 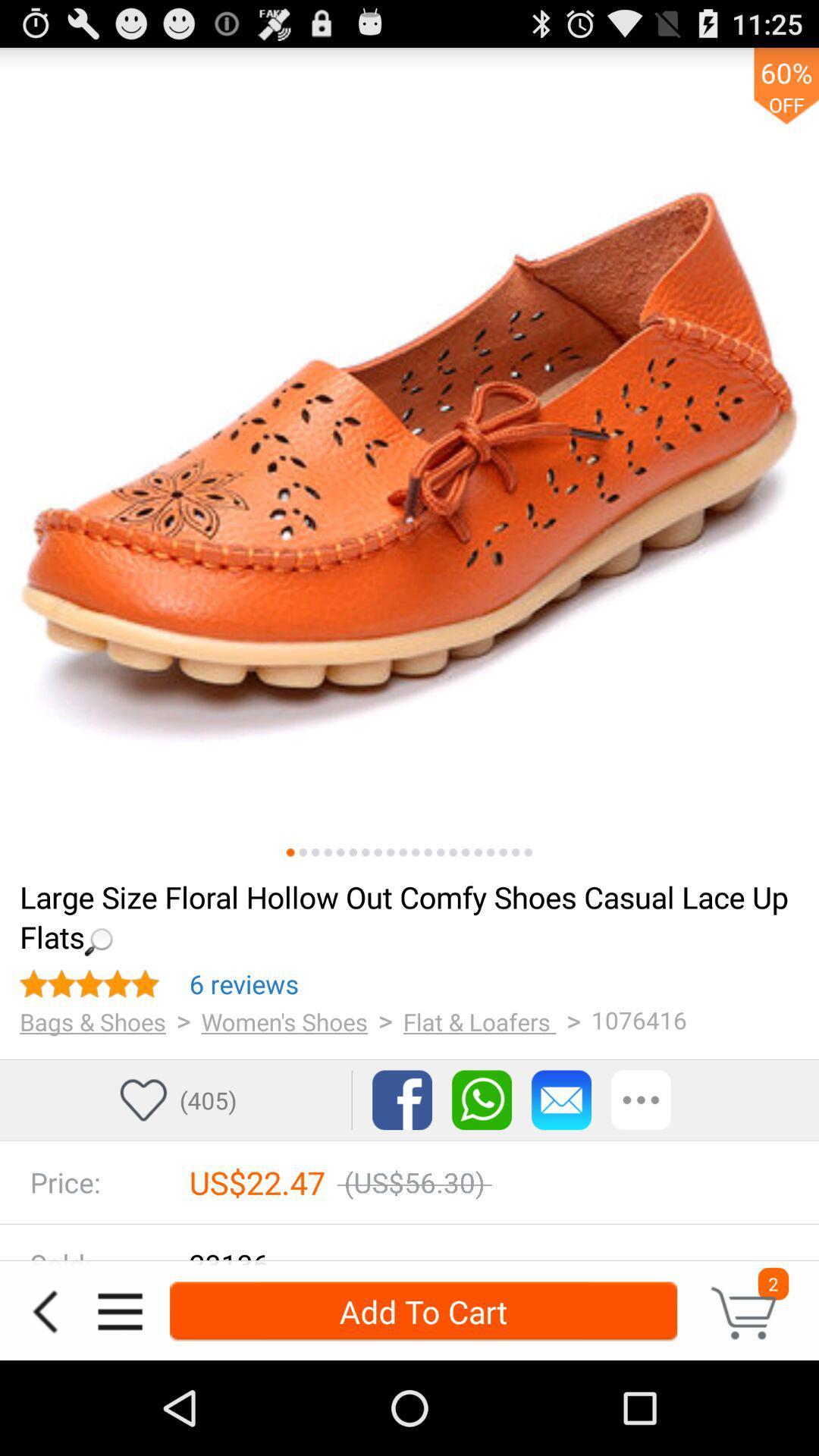 What do you see at coordinates (452, 852) in the screenshot?
I see `item above the loading... icon` at bounding box center [452, 852].